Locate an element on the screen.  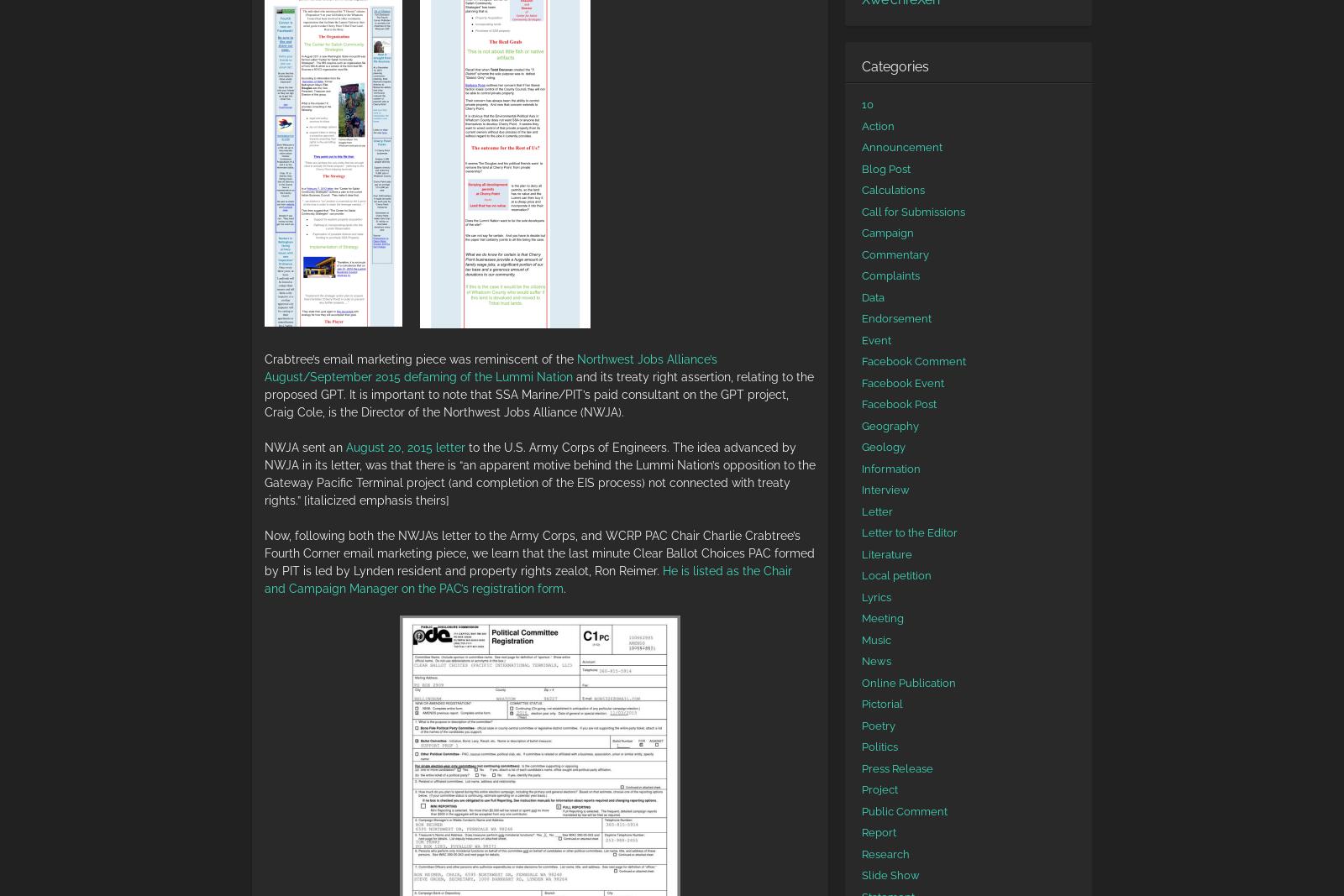
'Endorsement' is located at coordinates (861, 317).